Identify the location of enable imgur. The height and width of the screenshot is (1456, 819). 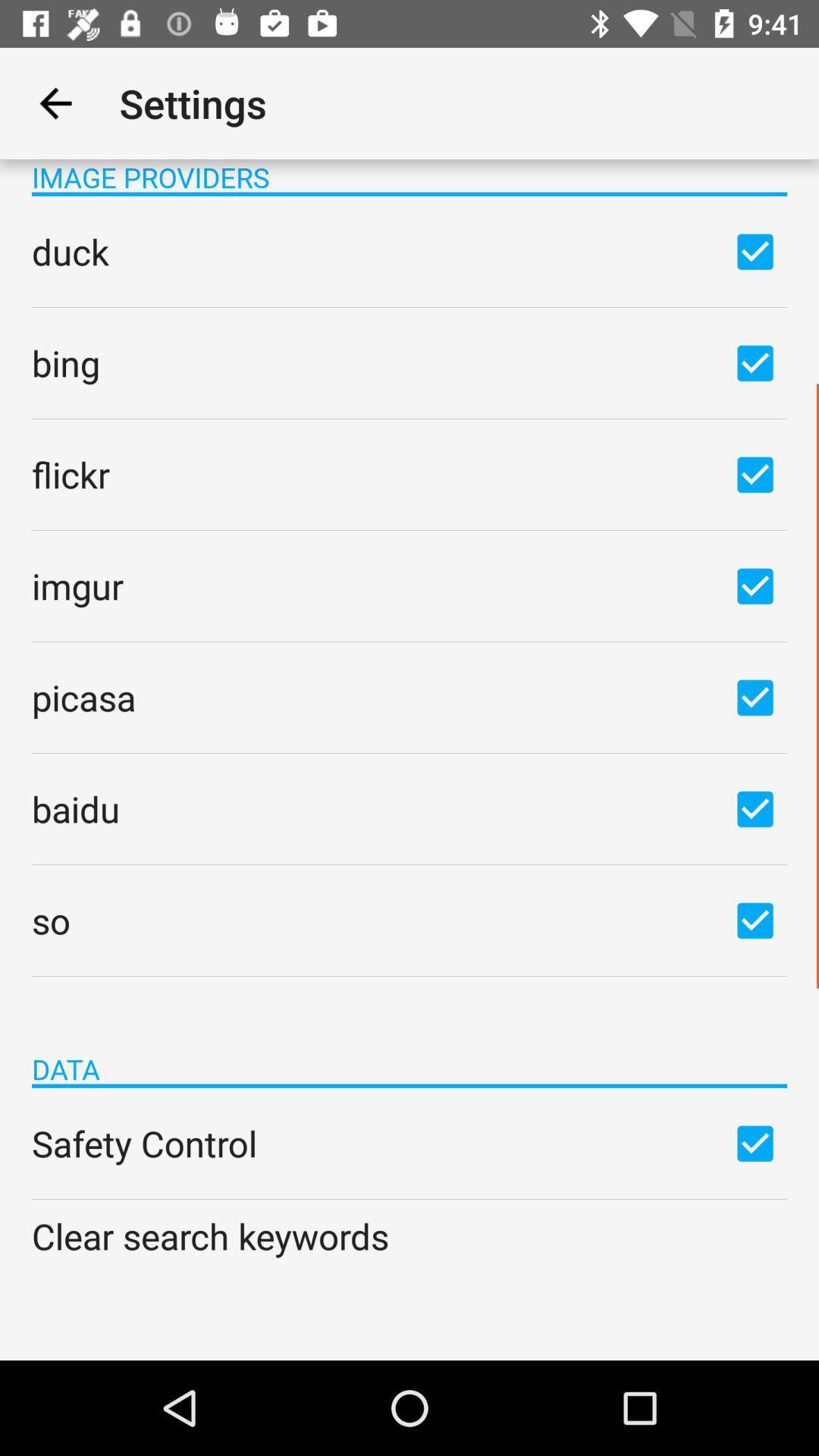
(755, 585).